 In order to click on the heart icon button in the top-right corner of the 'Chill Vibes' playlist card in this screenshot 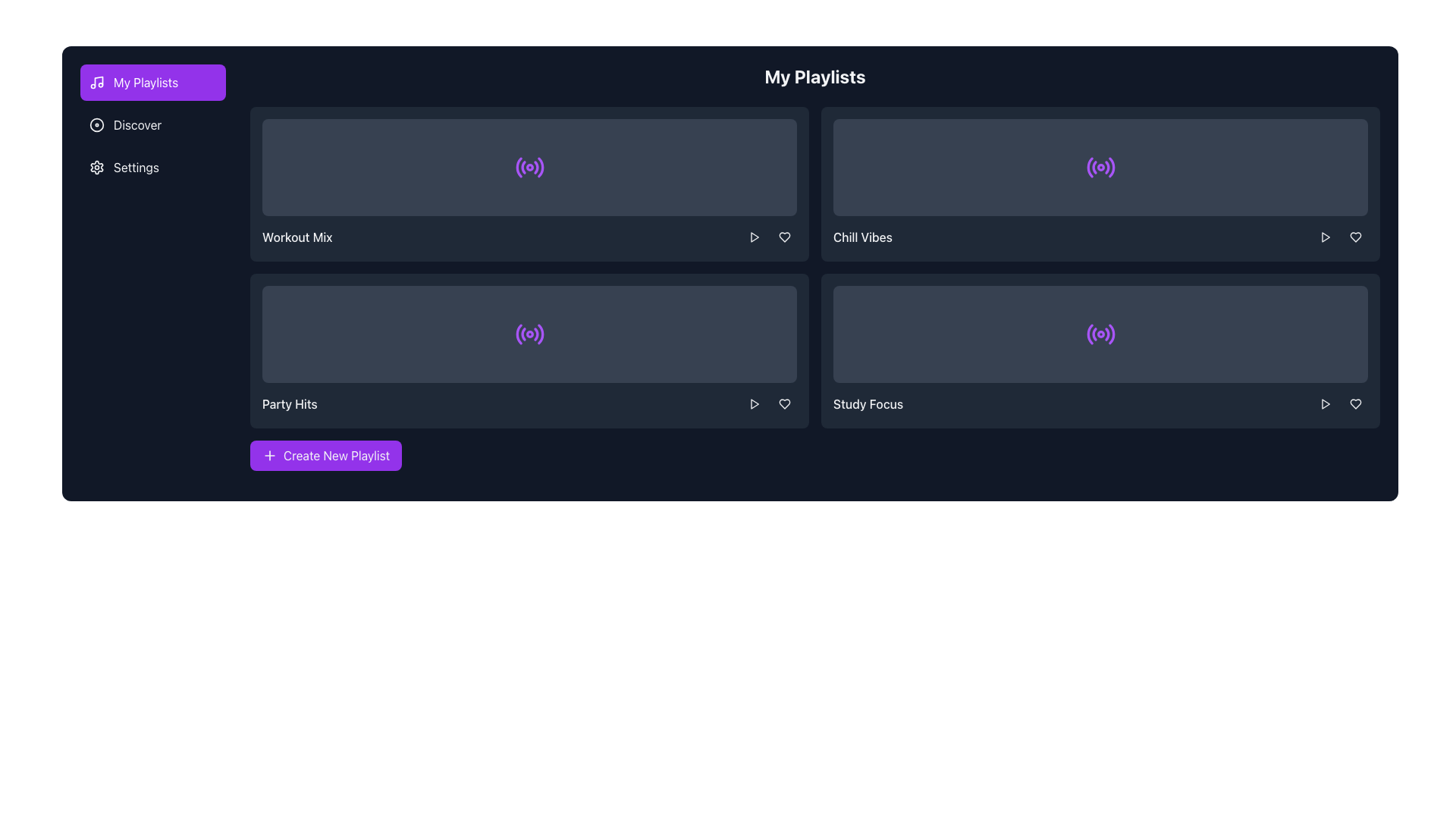, I will do `click(1356, 237)`.